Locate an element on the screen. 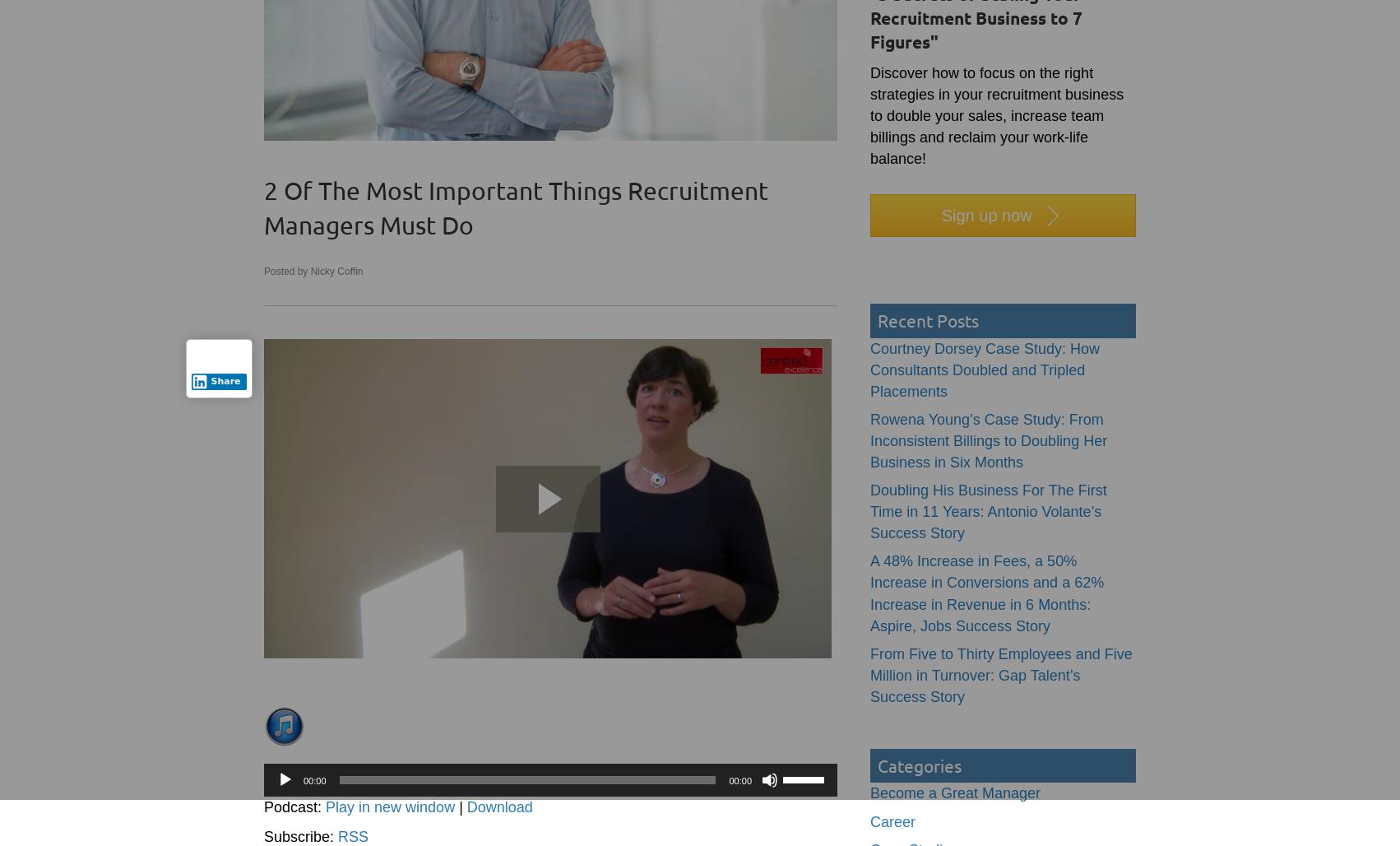 Image resolution: width=1400 pixels, height=846 pixels. 'Sign up now' is located at coordinates (986, 216).